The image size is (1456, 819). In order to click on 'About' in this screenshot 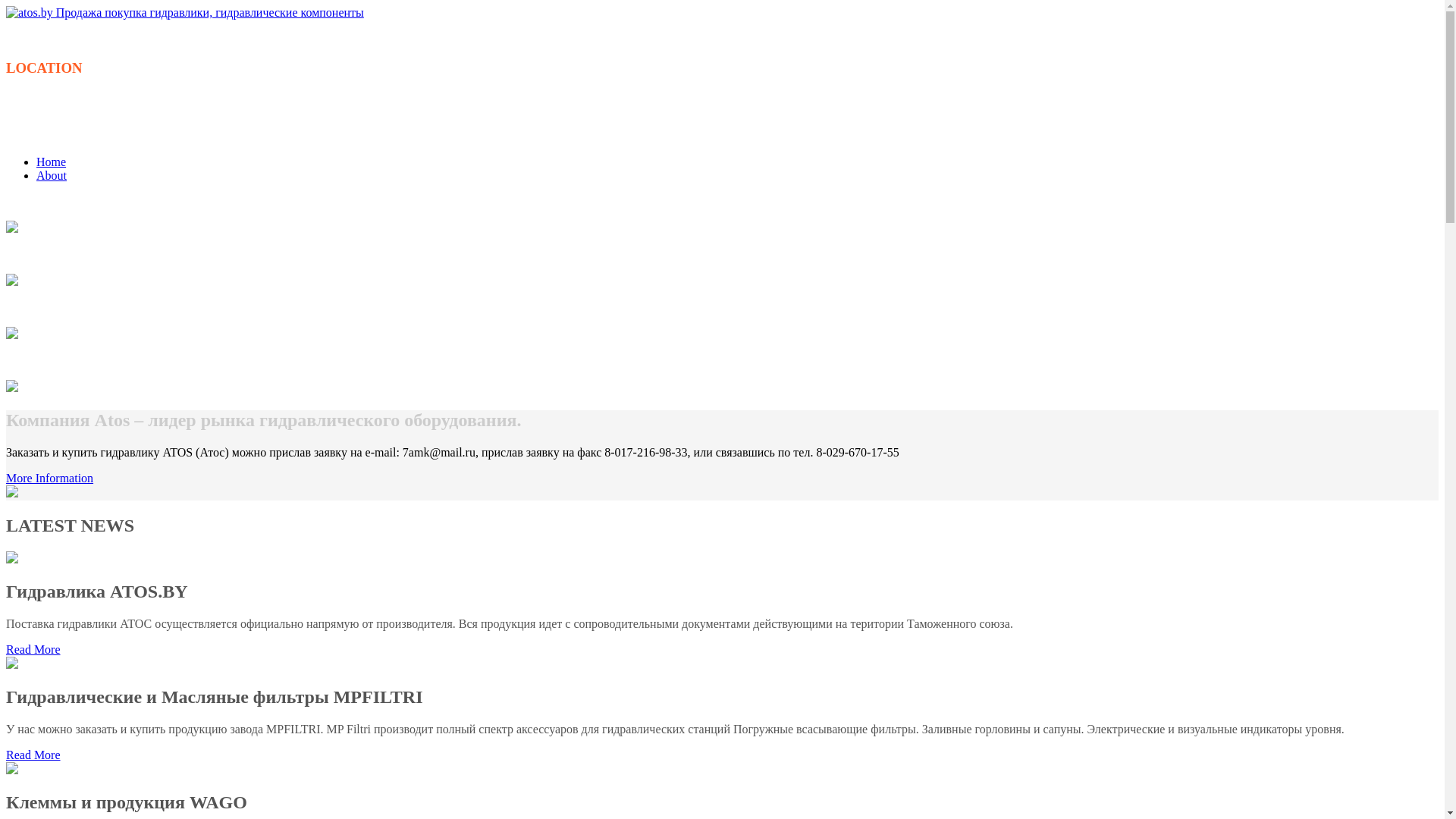, I will do `click(51, 174)`.